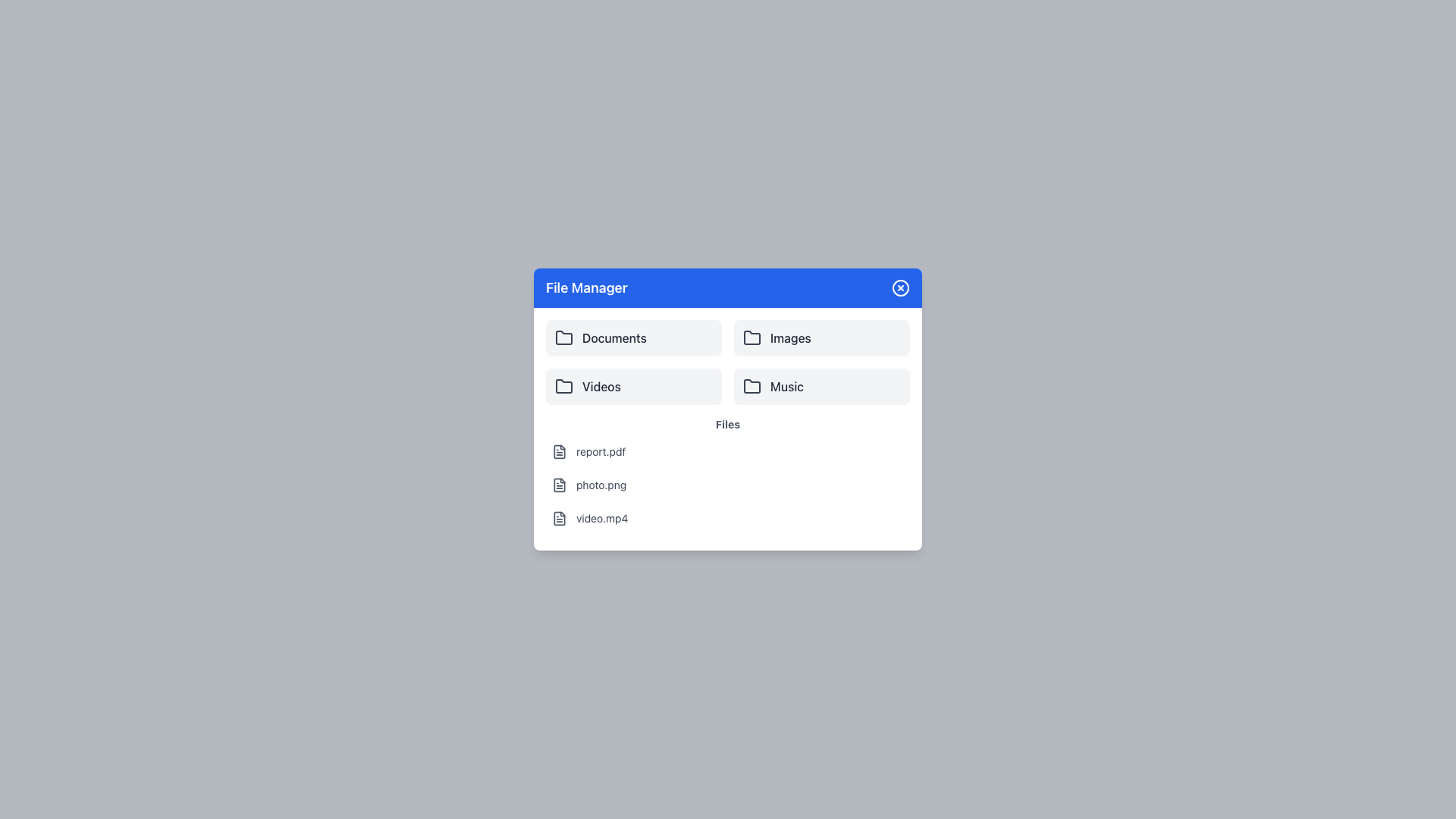  Describe the element at coordinates (600, 451) in the screenshot. I see `the text label displaying the file name 'report.pdf' in the 'File Manager' dialog box, which is the first file item in the list` at that location.